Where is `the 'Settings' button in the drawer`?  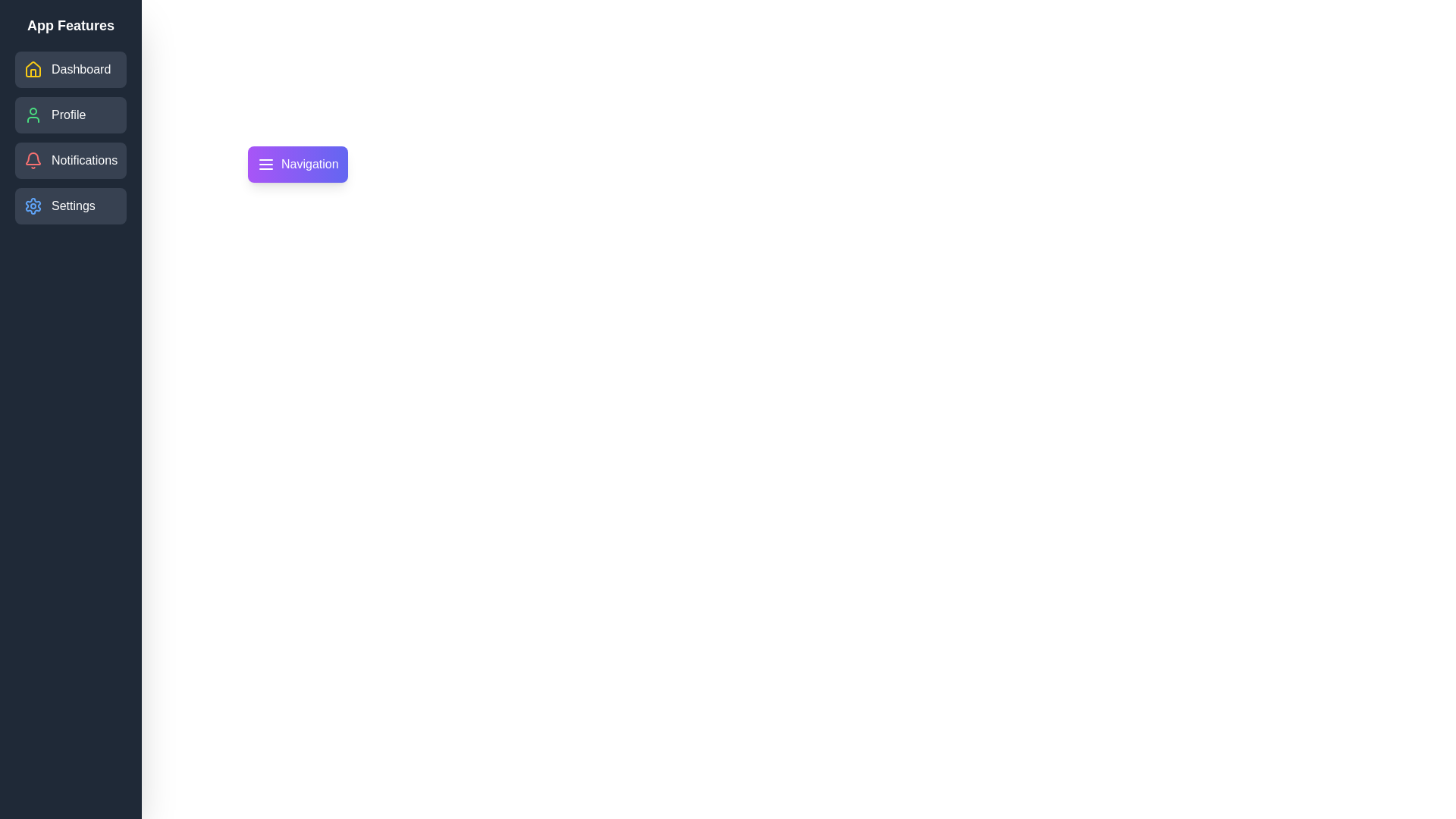
the 'Settings' button in the drawer is located at coordinates (70, 206).